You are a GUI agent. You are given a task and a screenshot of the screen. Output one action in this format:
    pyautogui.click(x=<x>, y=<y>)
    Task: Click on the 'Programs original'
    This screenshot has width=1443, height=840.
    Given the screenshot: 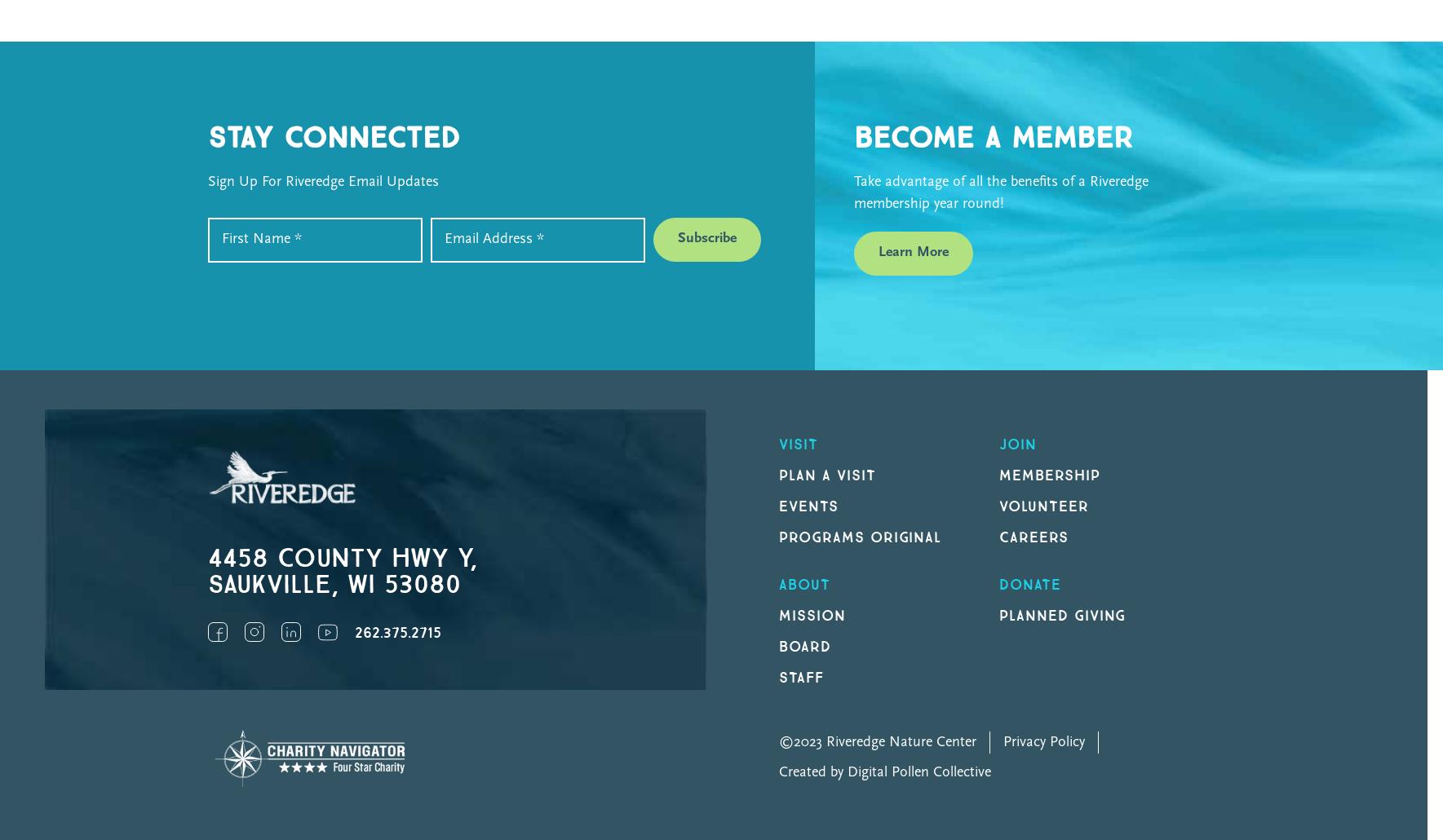 What is the action you would take?
    pyautogui.click(x=860, y=536)
    